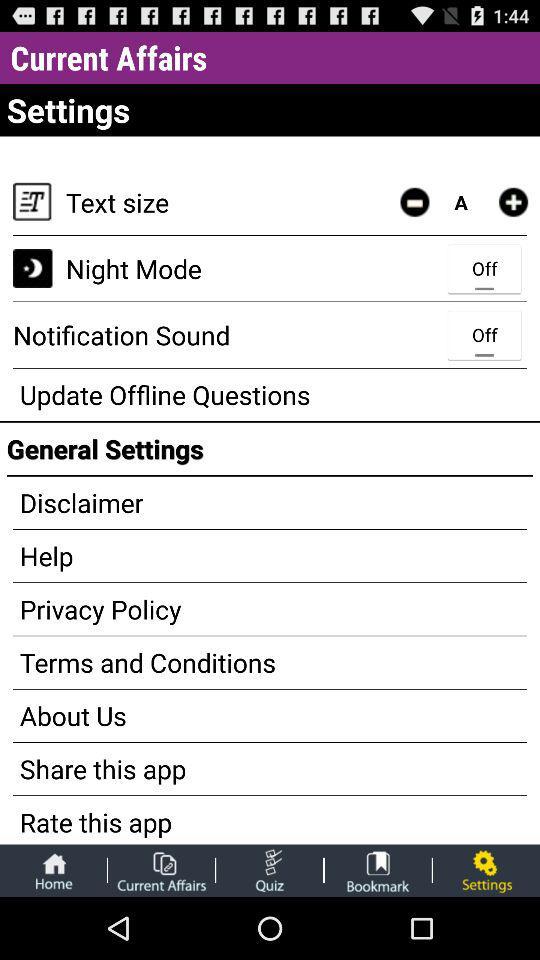 The image size is (540, 960). Describe the element at coordinates (270, 662) in the screenshot. I see `terms and conditions app` at that location.